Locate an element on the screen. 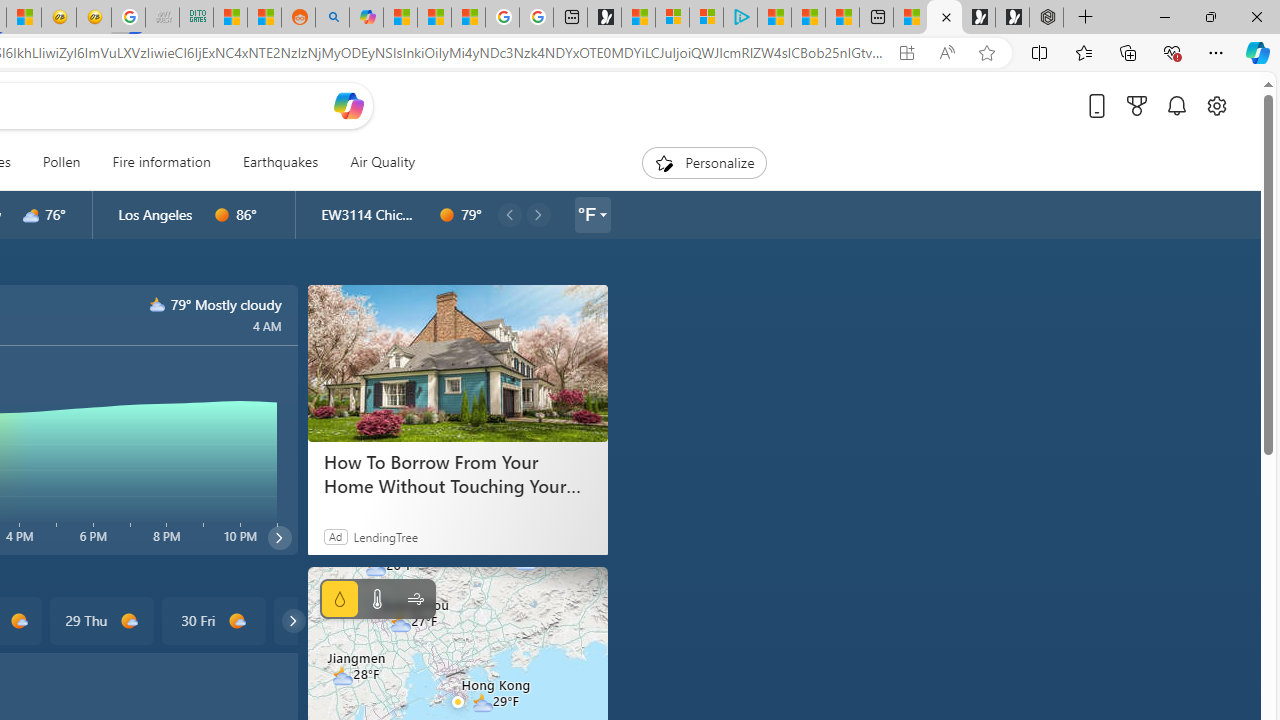  'locationBar/triangle' is located at coordinates (601, 214).